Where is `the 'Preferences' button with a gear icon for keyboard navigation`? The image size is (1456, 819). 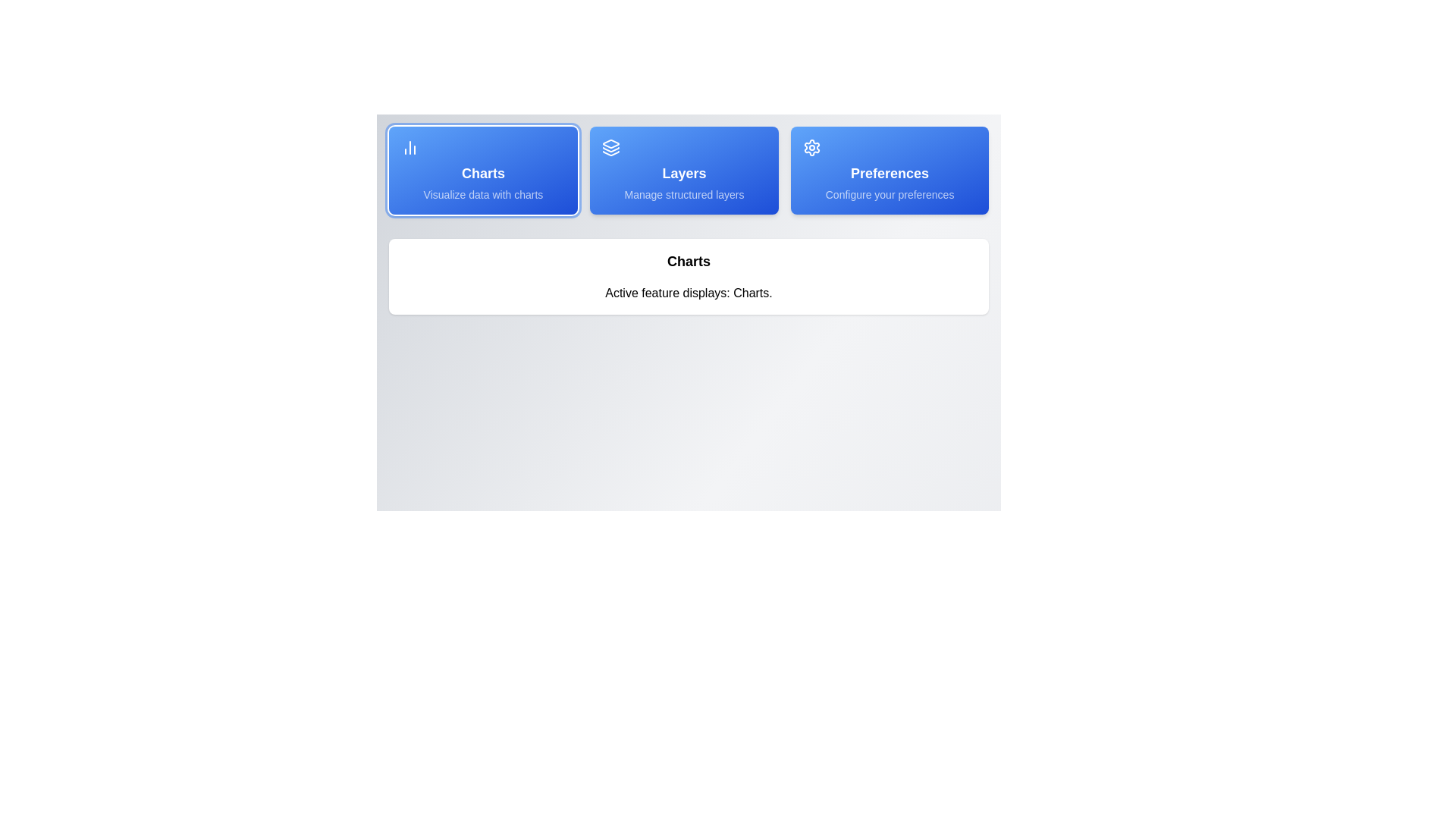 the 'Preferences' button with a gear icon for keyboard navigation is located at coordinates (890, 170).